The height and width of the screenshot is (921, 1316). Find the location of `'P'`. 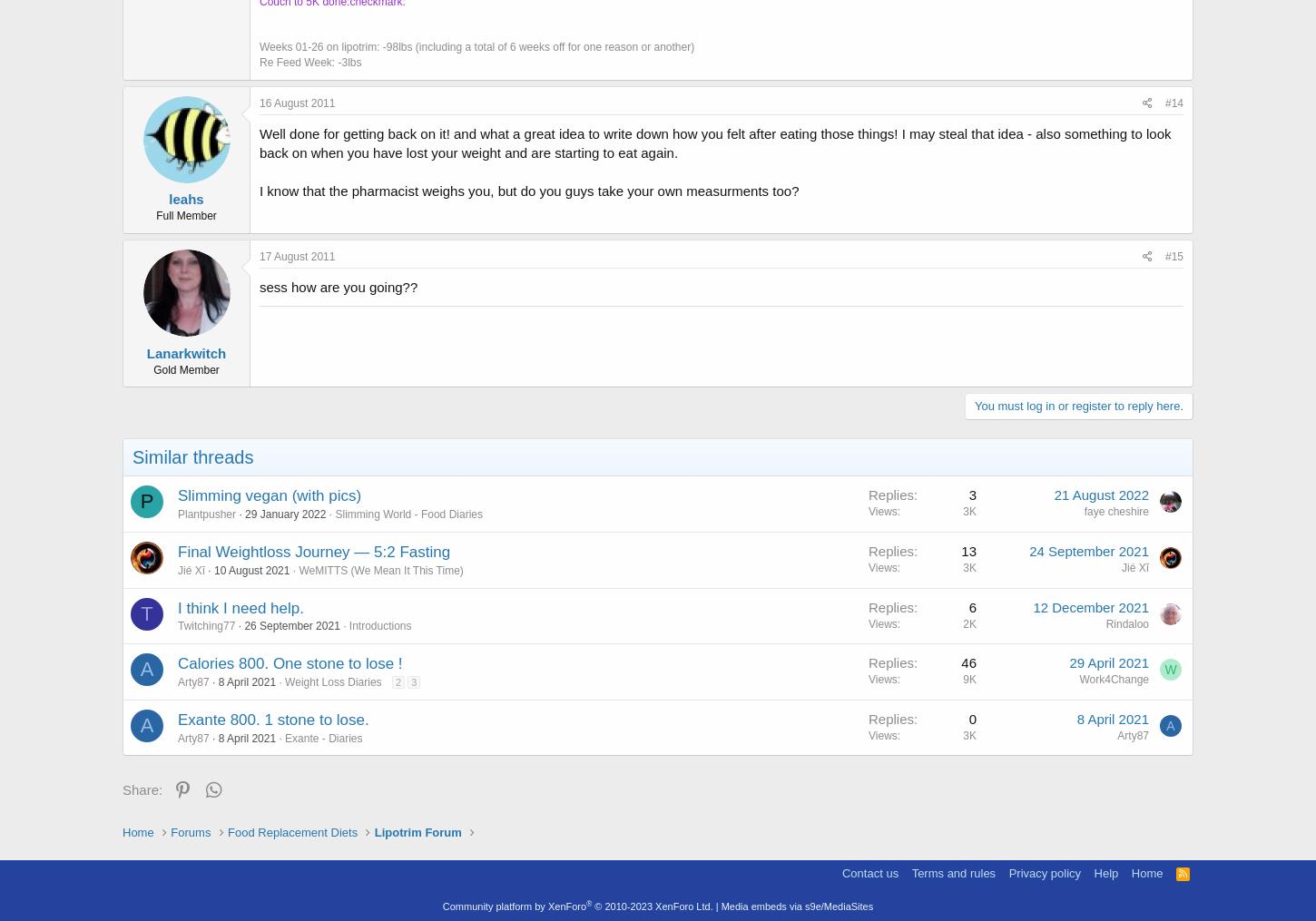

'P' is located at coordinates (145, 501).